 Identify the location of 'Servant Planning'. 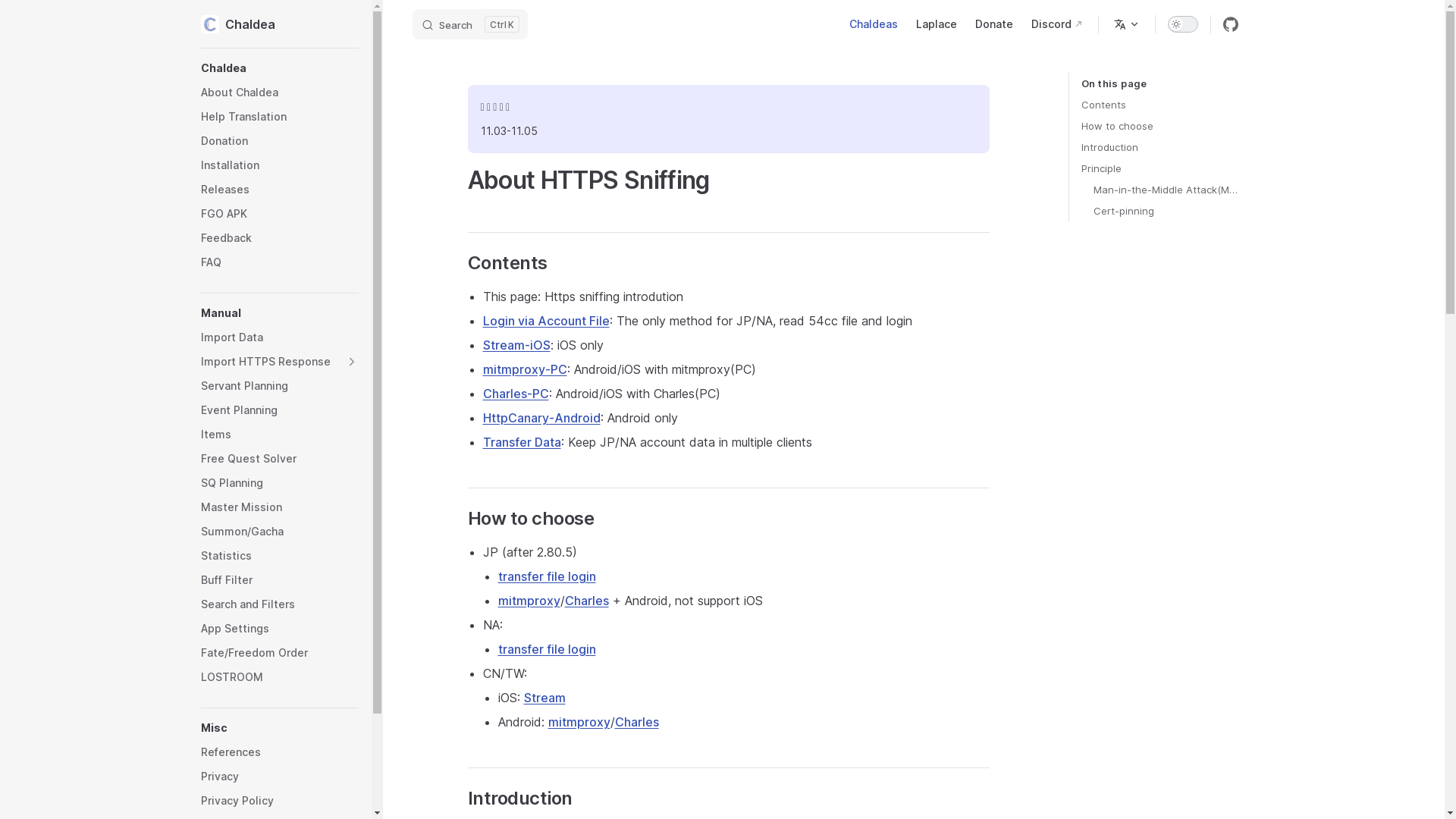
(279, 385).